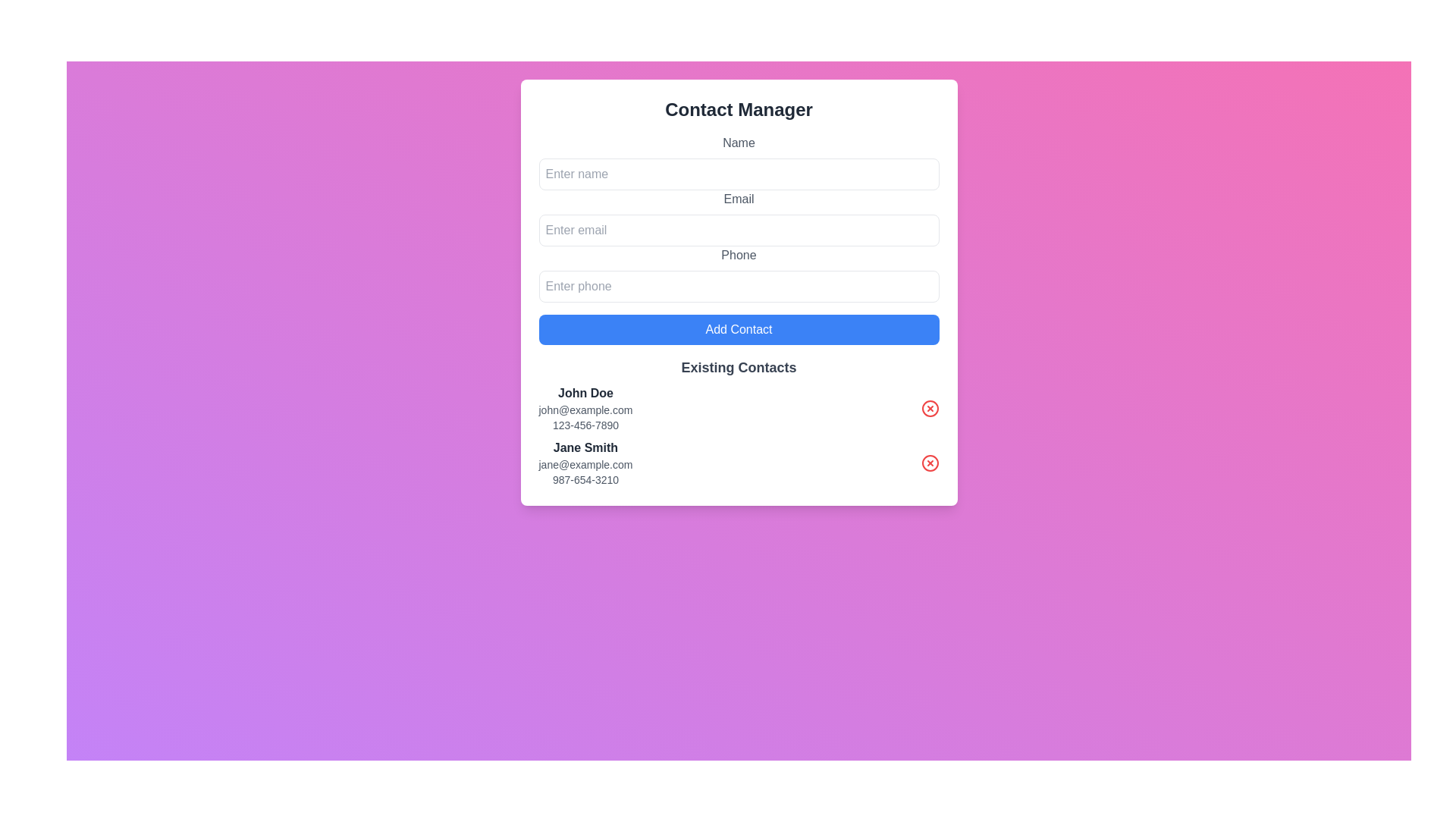 The height and width of the screenshot is (819, 1456). I want to click on the delete button icon for the contact 'John Doe' in the 'Existing Contacts' section, so click(929, 408).